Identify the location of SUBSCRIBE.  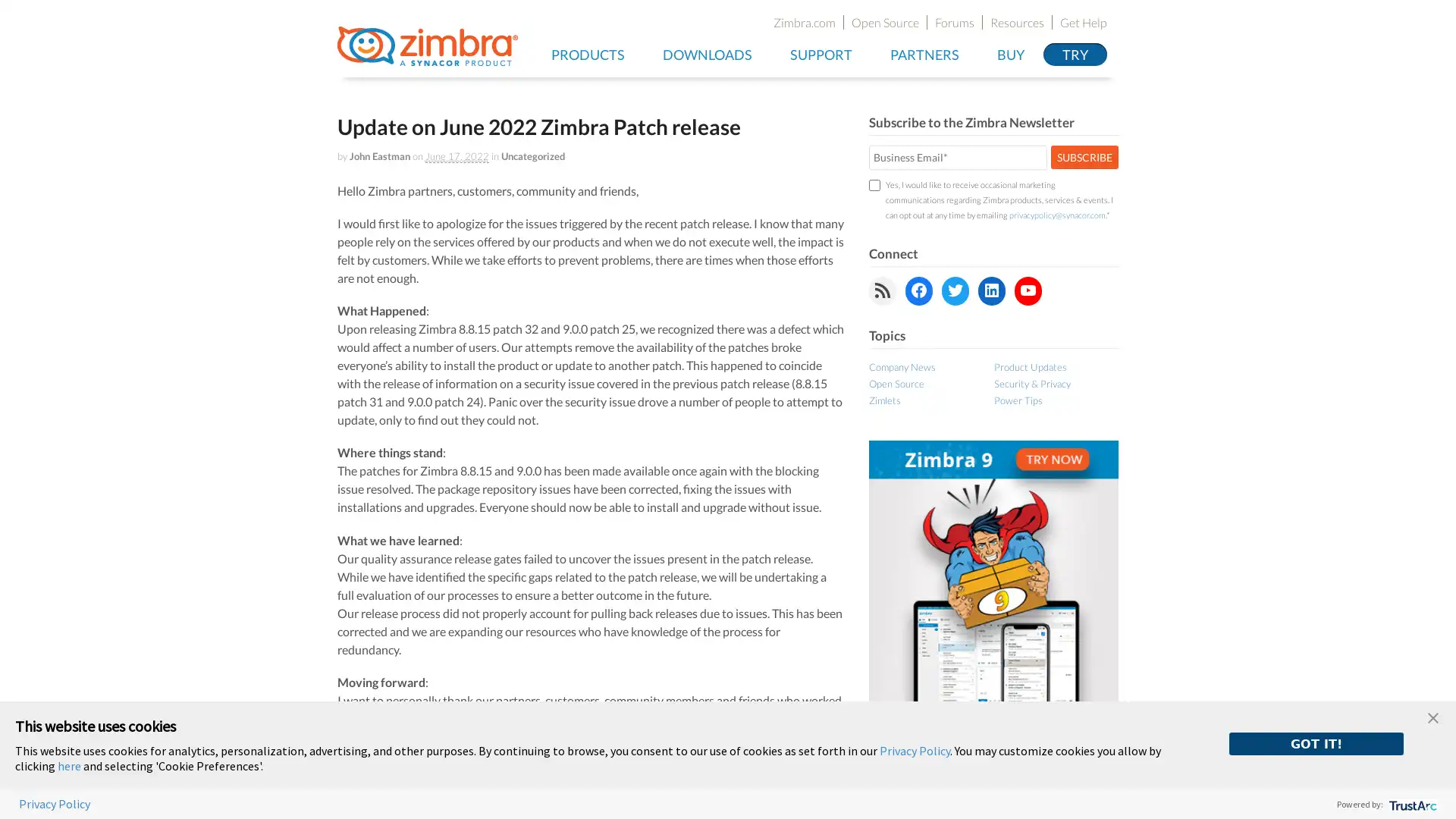
(1087, 157).